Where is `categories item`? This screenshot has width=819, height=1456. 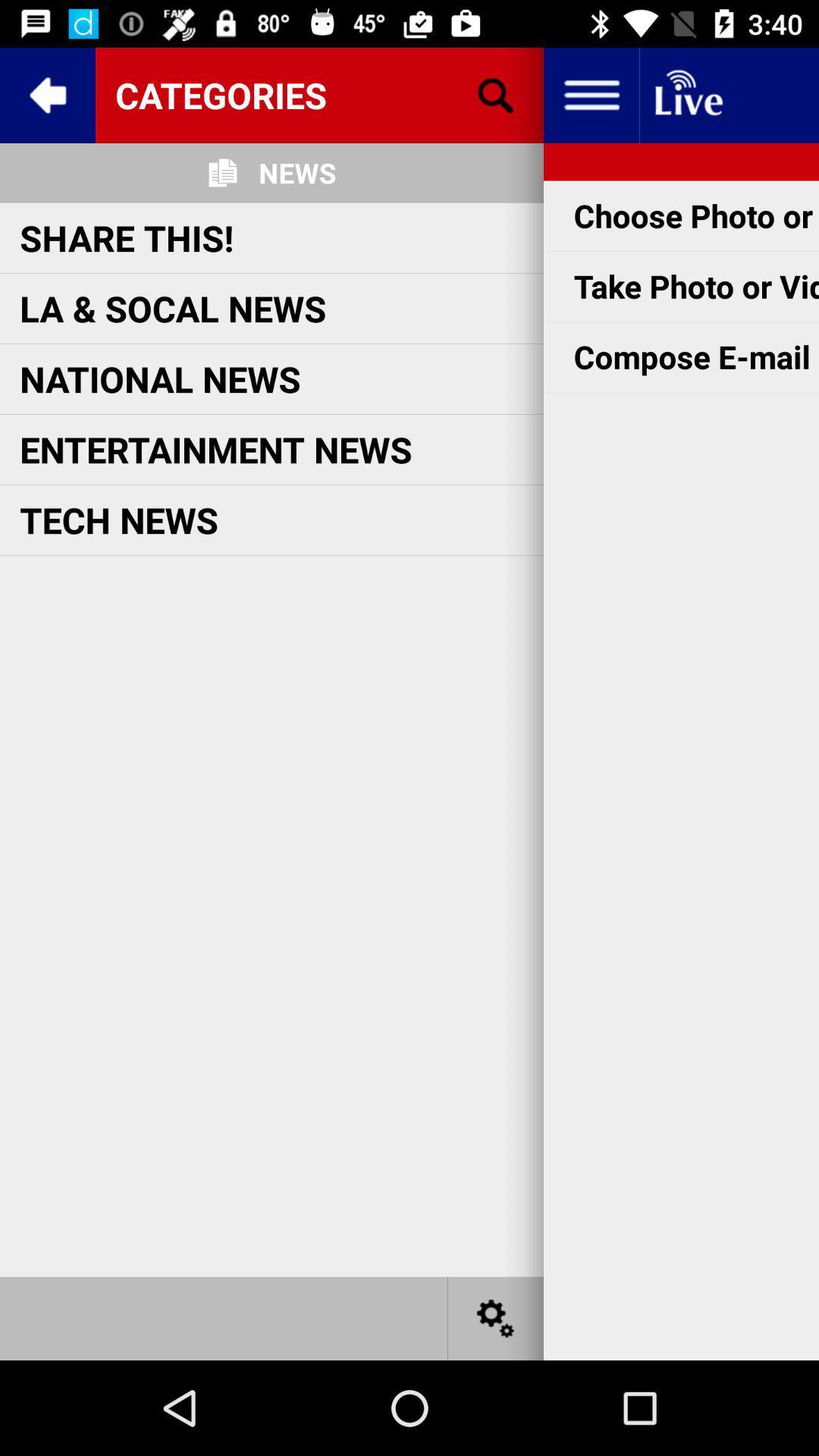 categories item is located at coordinates (318, 94).